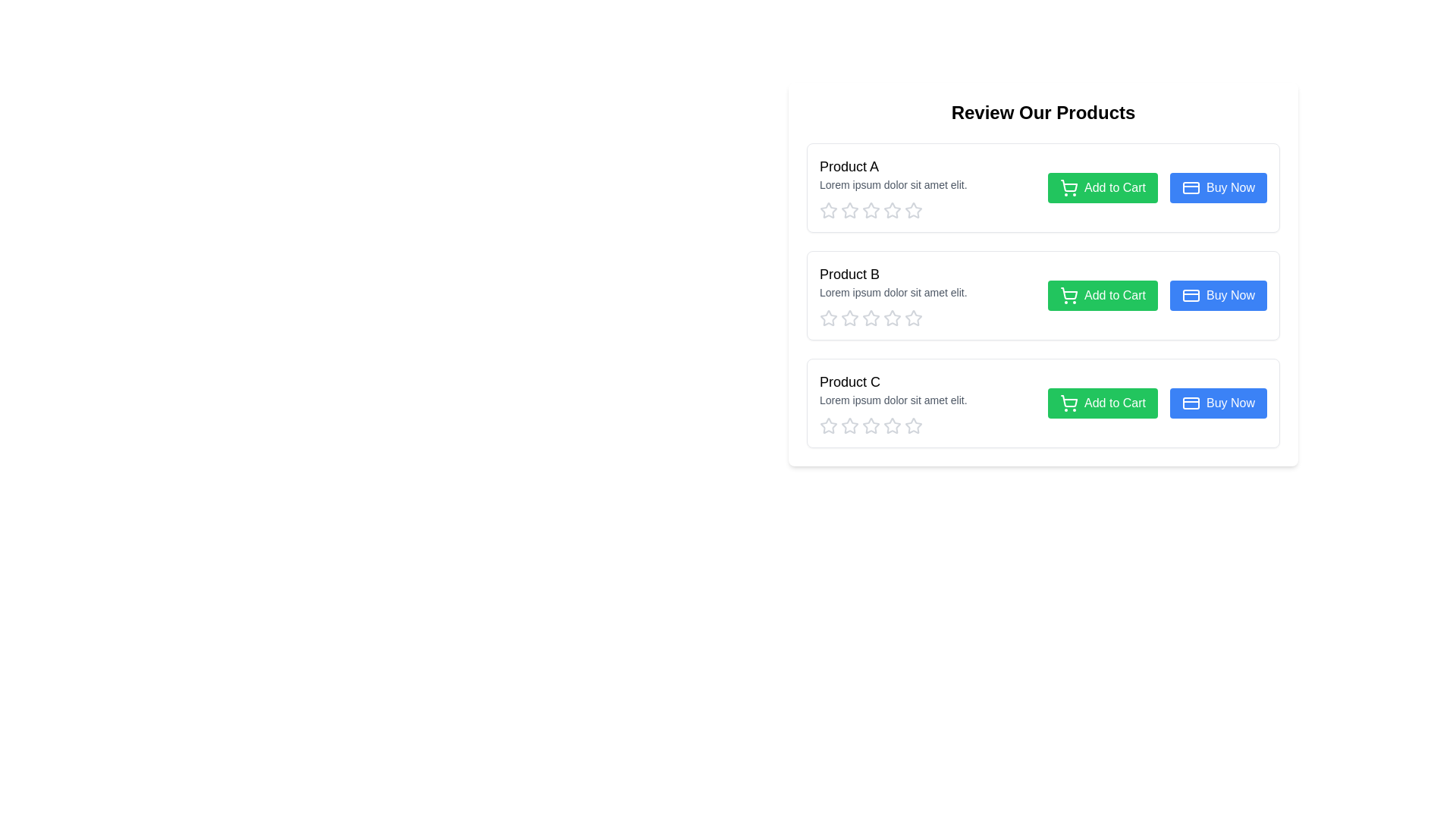  Describe the element at coordinates (828, 210) in the screenshot. I see `the first star rating icon, which is outlined in light gray and part of a rating system under 'Product A' in the 'Review Our Products' section` at that location.